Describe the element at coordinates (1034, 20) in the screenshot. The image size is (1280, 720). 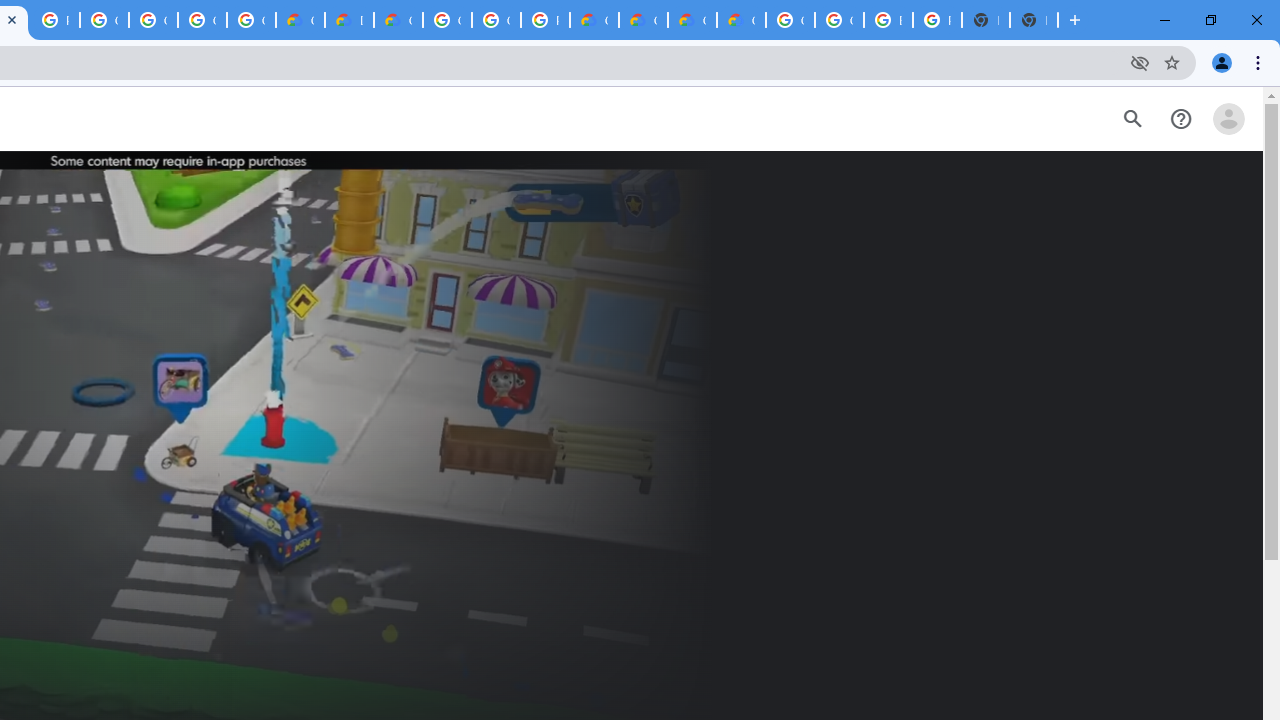
I see `'New Tab'` at that location.